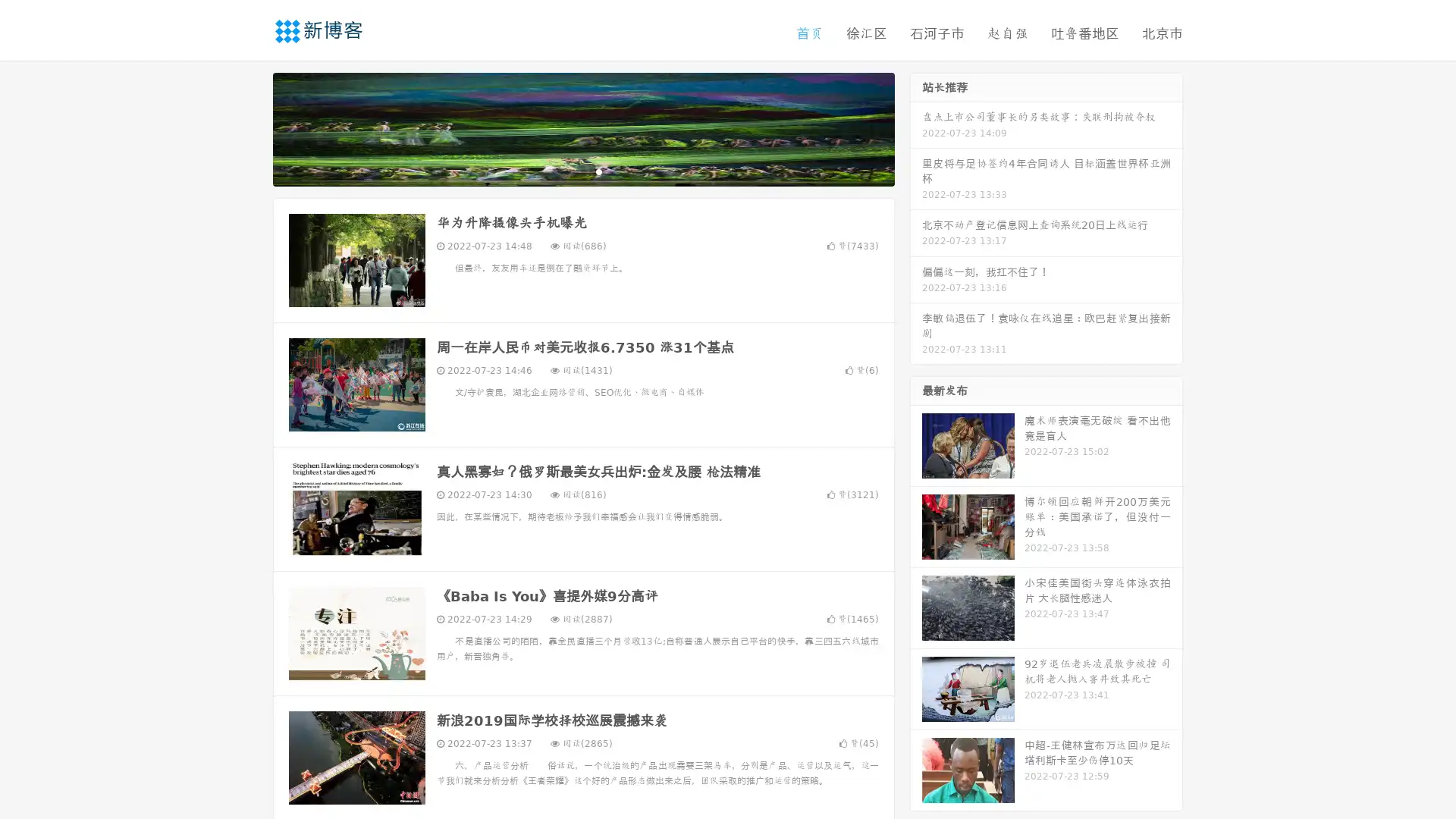 The width and height of the screenshot is (1456, 819). I want to click on Go to slide 1, so click(567, 171).